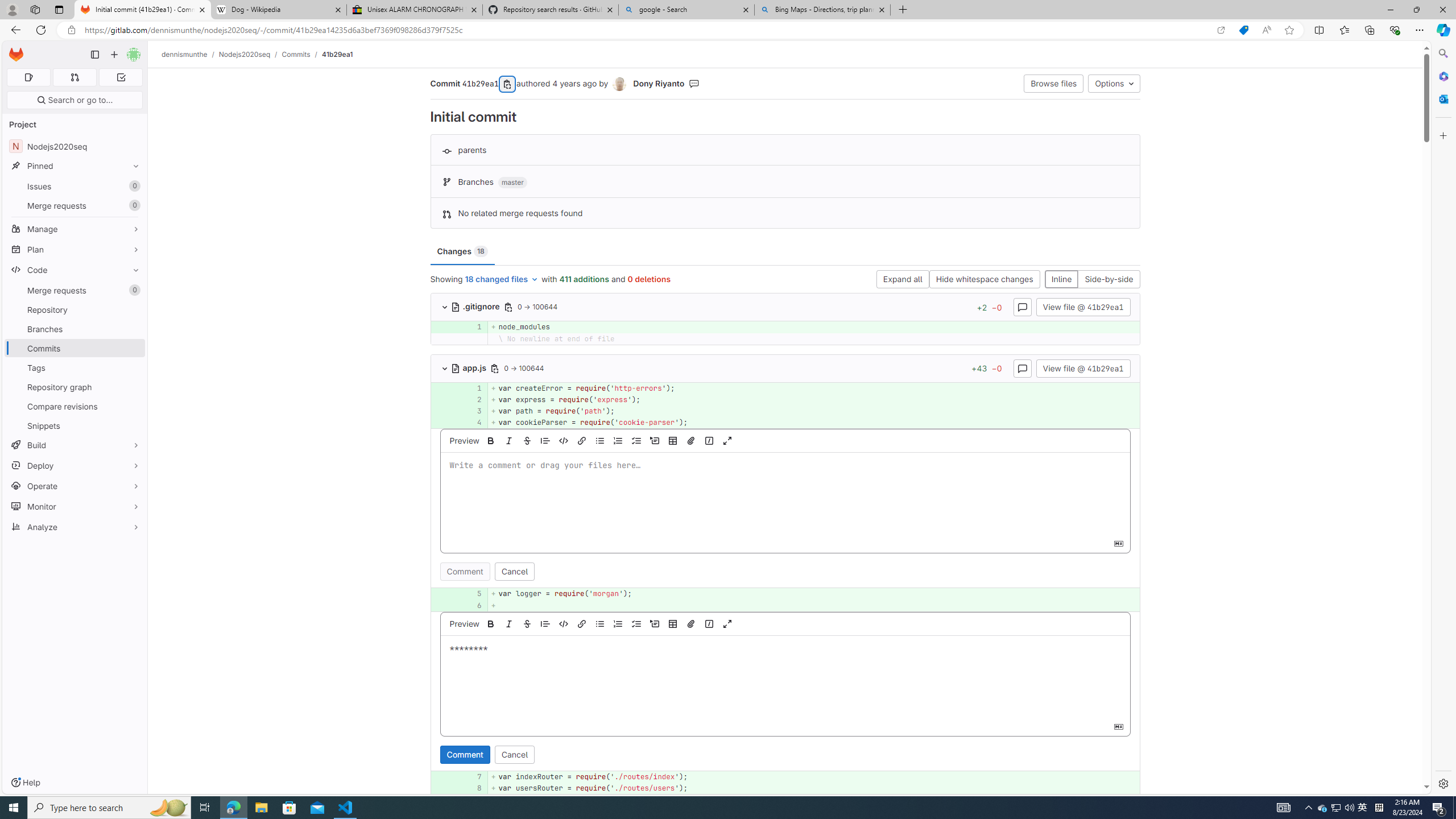 The height and width of the screenshot is (819, 1456). What do you see at coordinates (16, 54) in the screenshot?
I see `'Homepage'` at bounding box center [16, 54].